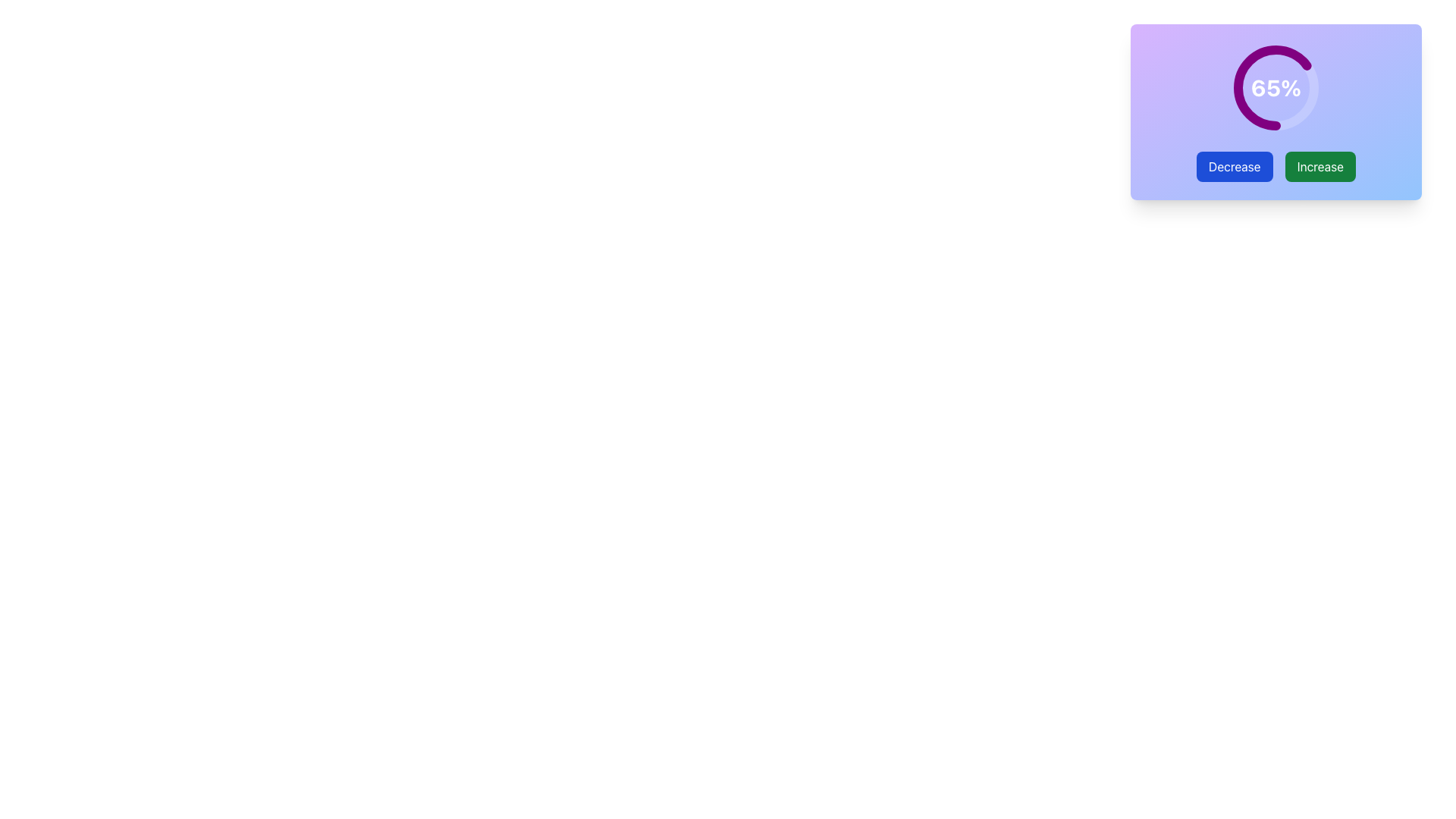 Image resolution: width=1456 pixels, height=819 pixels. I want to click on the increment button located on the right side of the decrease button, beneath a circular progress indicator showing '65%', so click(1319, 166).